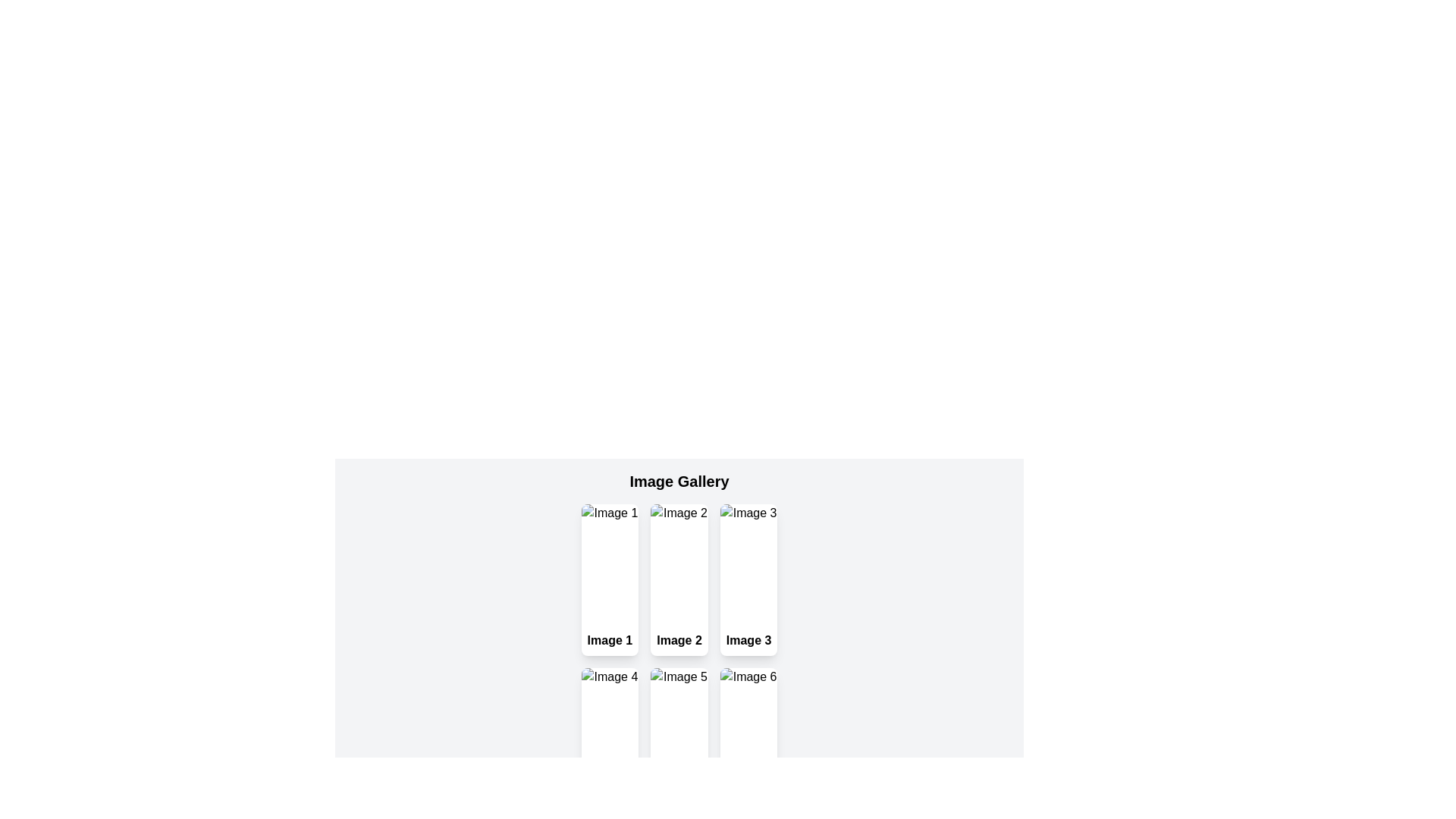  What do you see at coordinates (748, 640) in the screenshot?
I see `the text label reading 'Image 3' which is styled with centered alignment and semi-bold font weight, located below an image in the top-right corner of a grid layout, specifically the third item in the top row` at bounding box center [748, 640].